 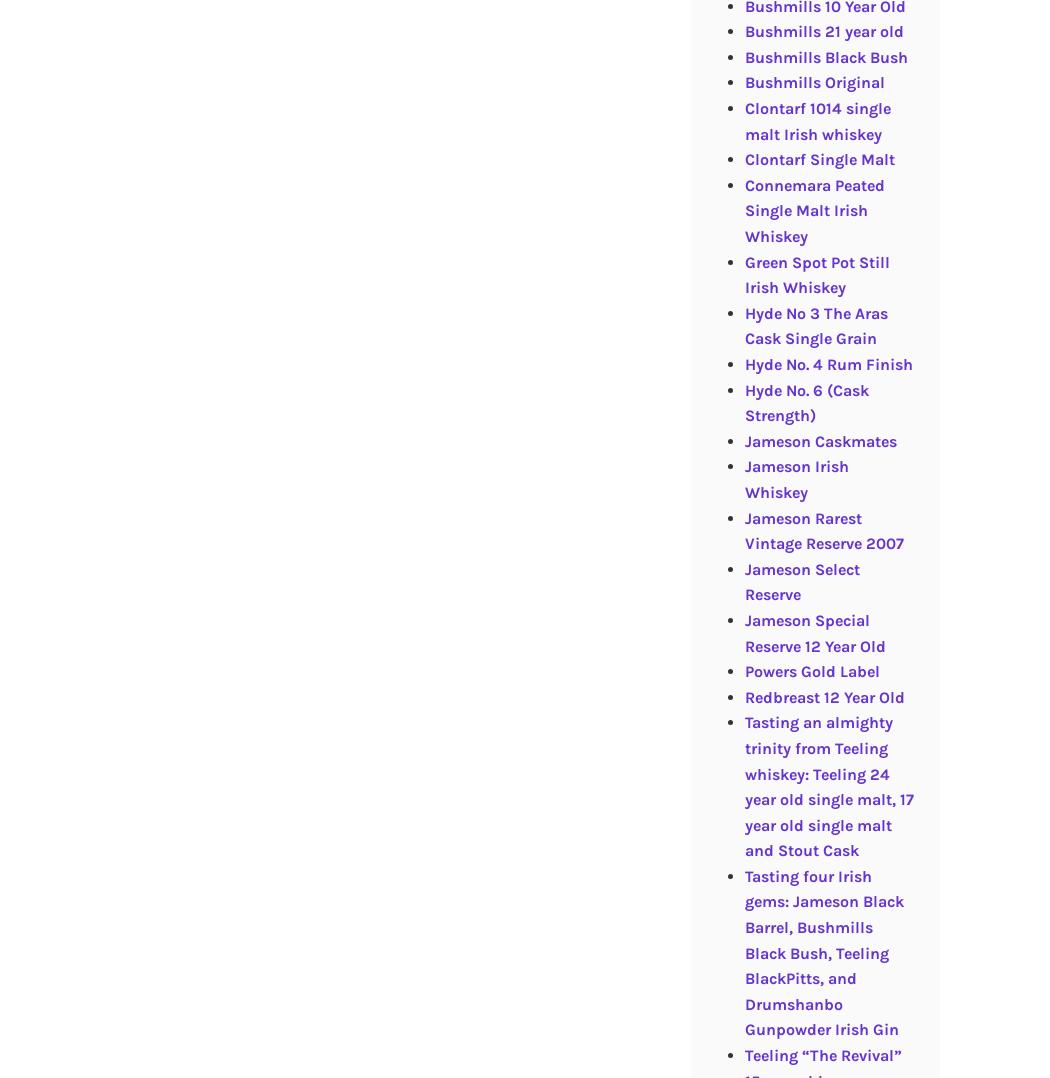 What do you see at coordinates (828, 364) in the screenshot?
I see `'Hyde No. 4 Rum Finish'` at bounding box center [828, 364].